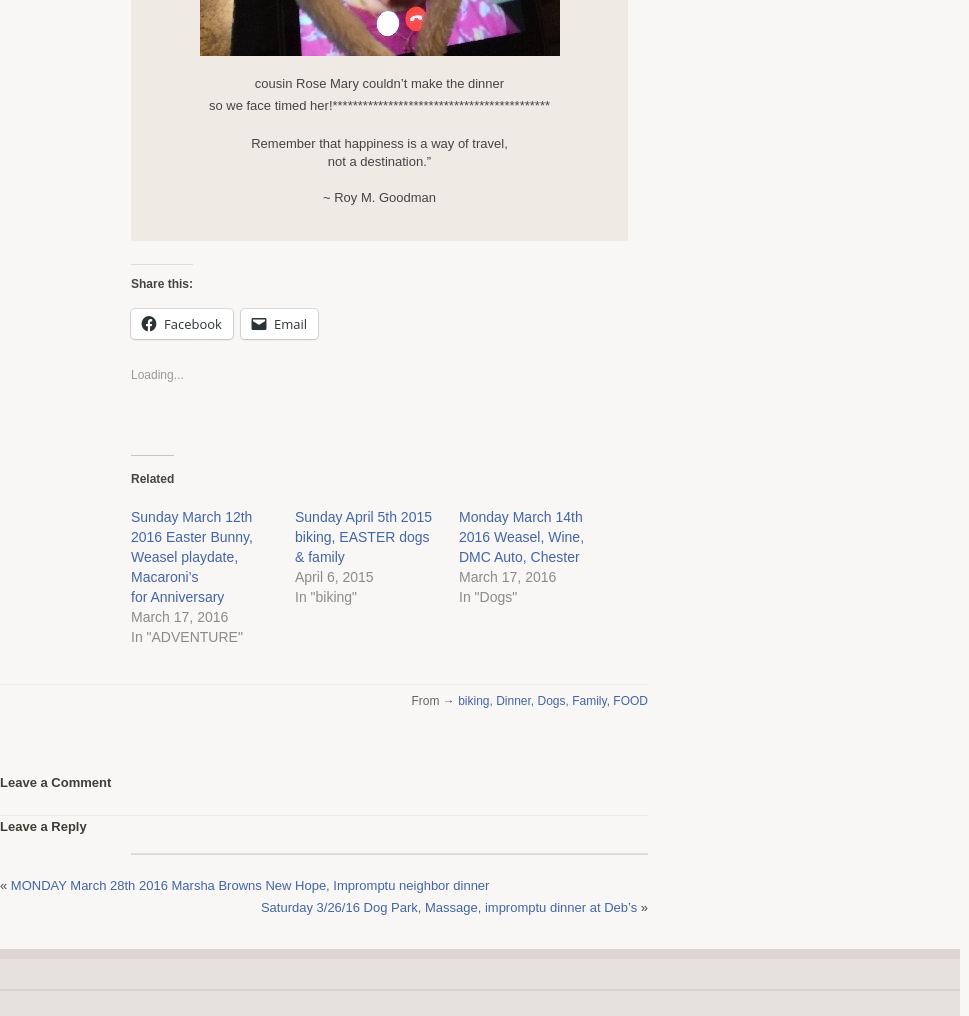  I want to click on 'From →', so click(433, 700).